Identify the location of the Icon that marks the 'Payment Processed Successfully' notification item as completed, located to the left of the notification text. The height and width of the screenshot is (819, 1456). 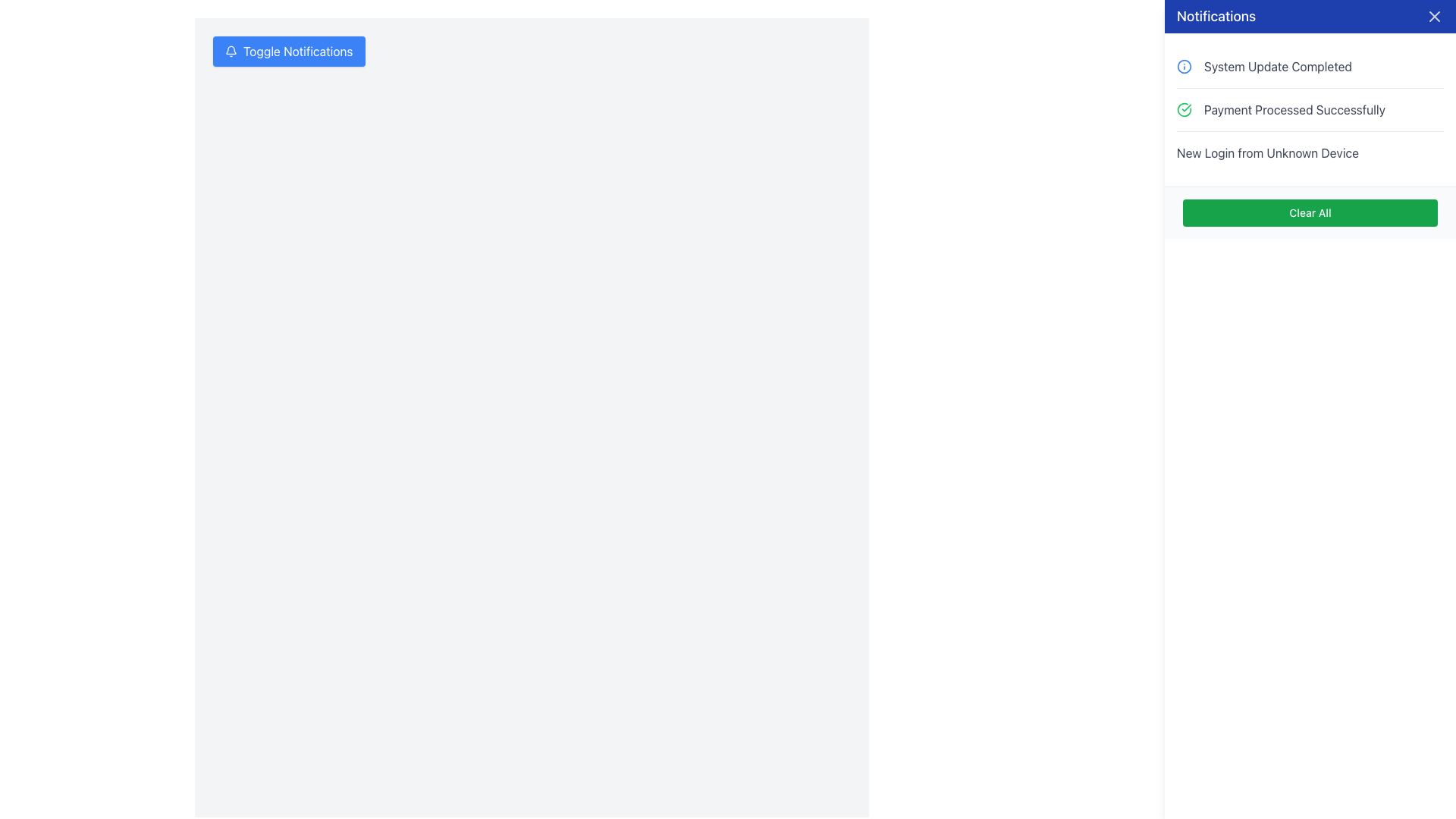
(1183, 109).